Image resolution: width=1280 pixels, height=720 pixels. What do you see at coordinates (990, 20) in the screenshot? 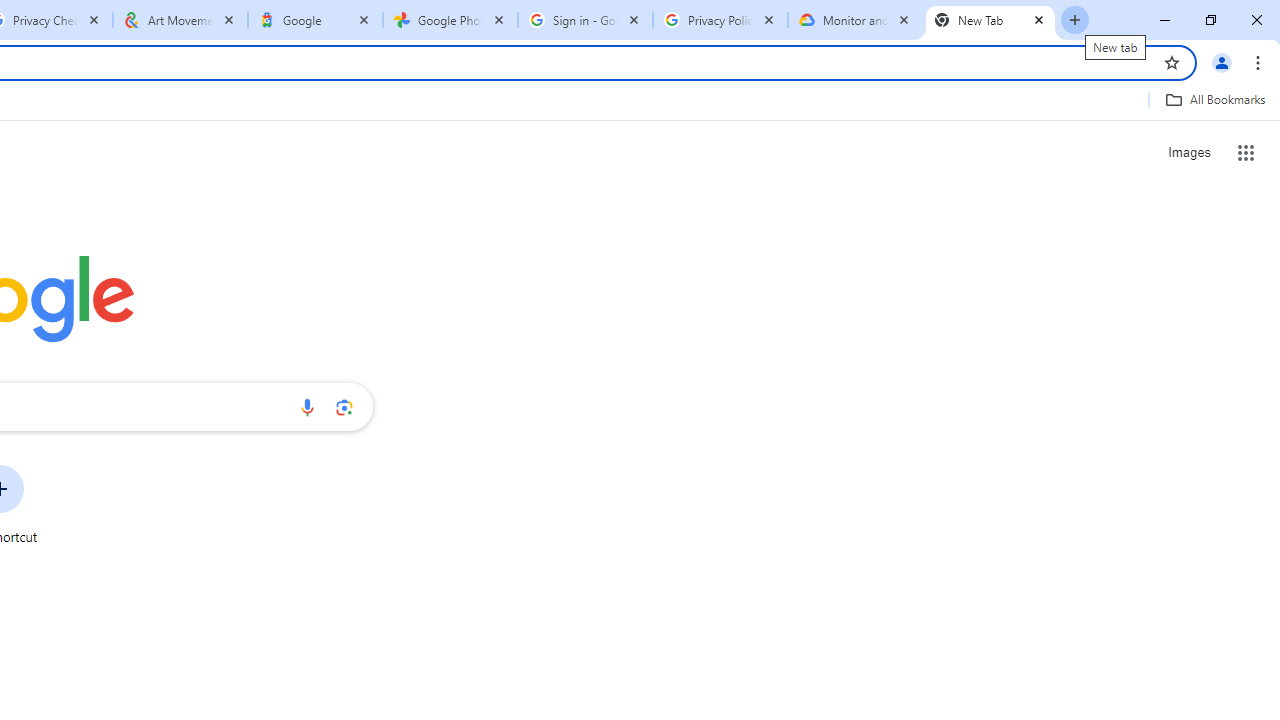
I see `'New Tab'` at bounding box center [990, 20].